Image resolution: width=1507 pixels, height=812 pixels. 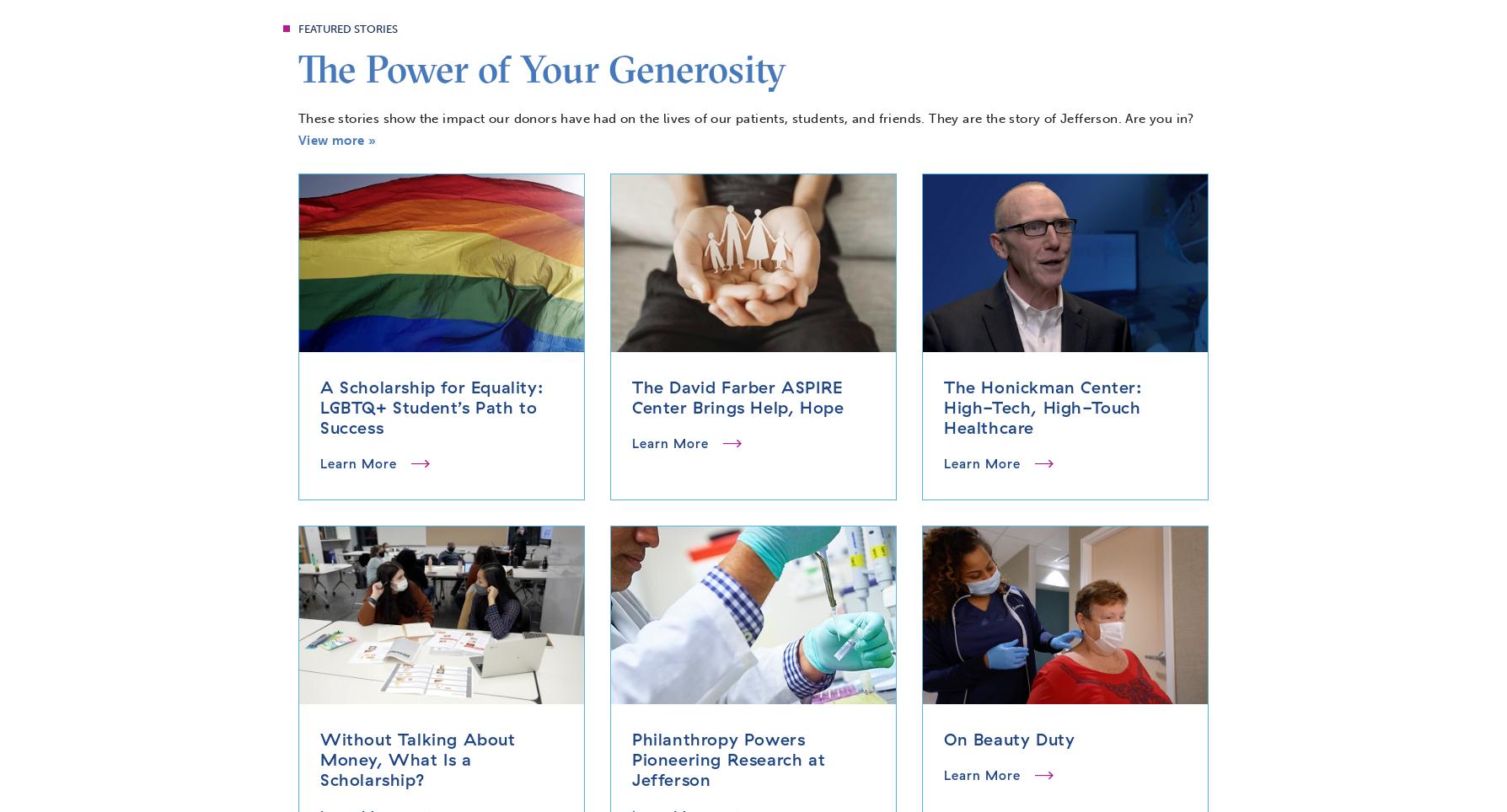 I want to click on 'Featured Stories', so click(x=347, y=27).